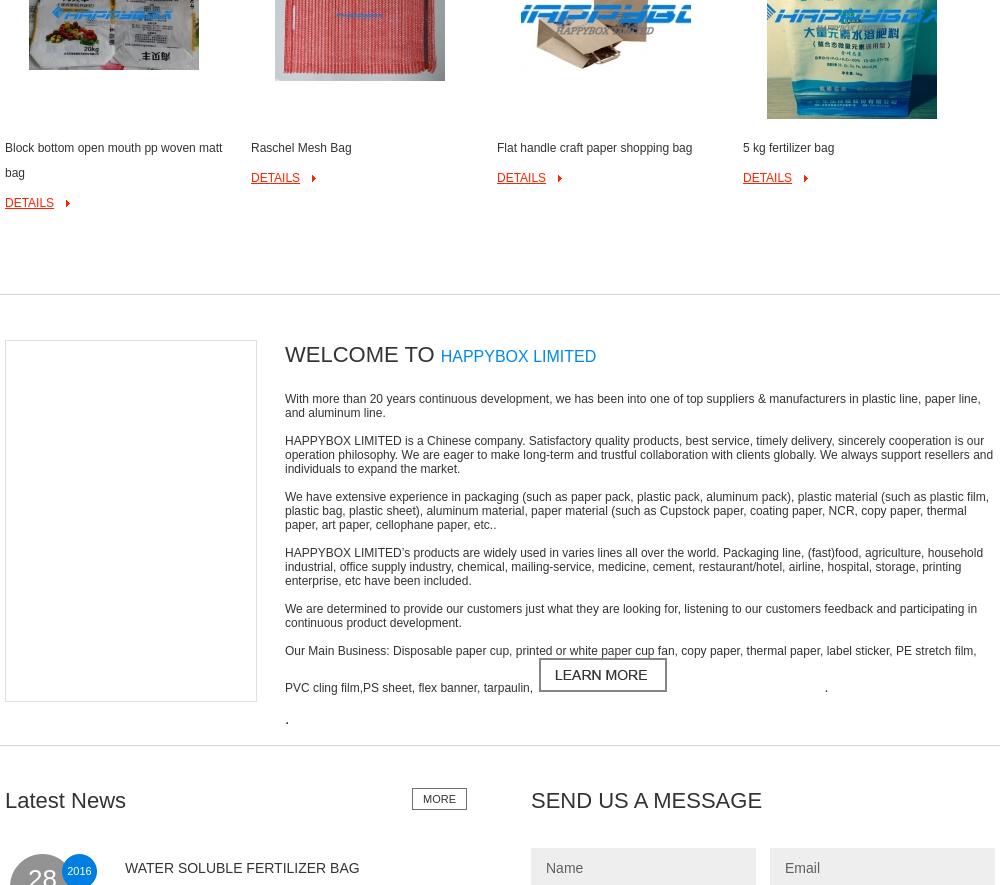 The image size is (1000, 885). What do you see at coordinates (64, 799) in the screenshot?
I see `'Latest News'` at bounding box center [64, 799].